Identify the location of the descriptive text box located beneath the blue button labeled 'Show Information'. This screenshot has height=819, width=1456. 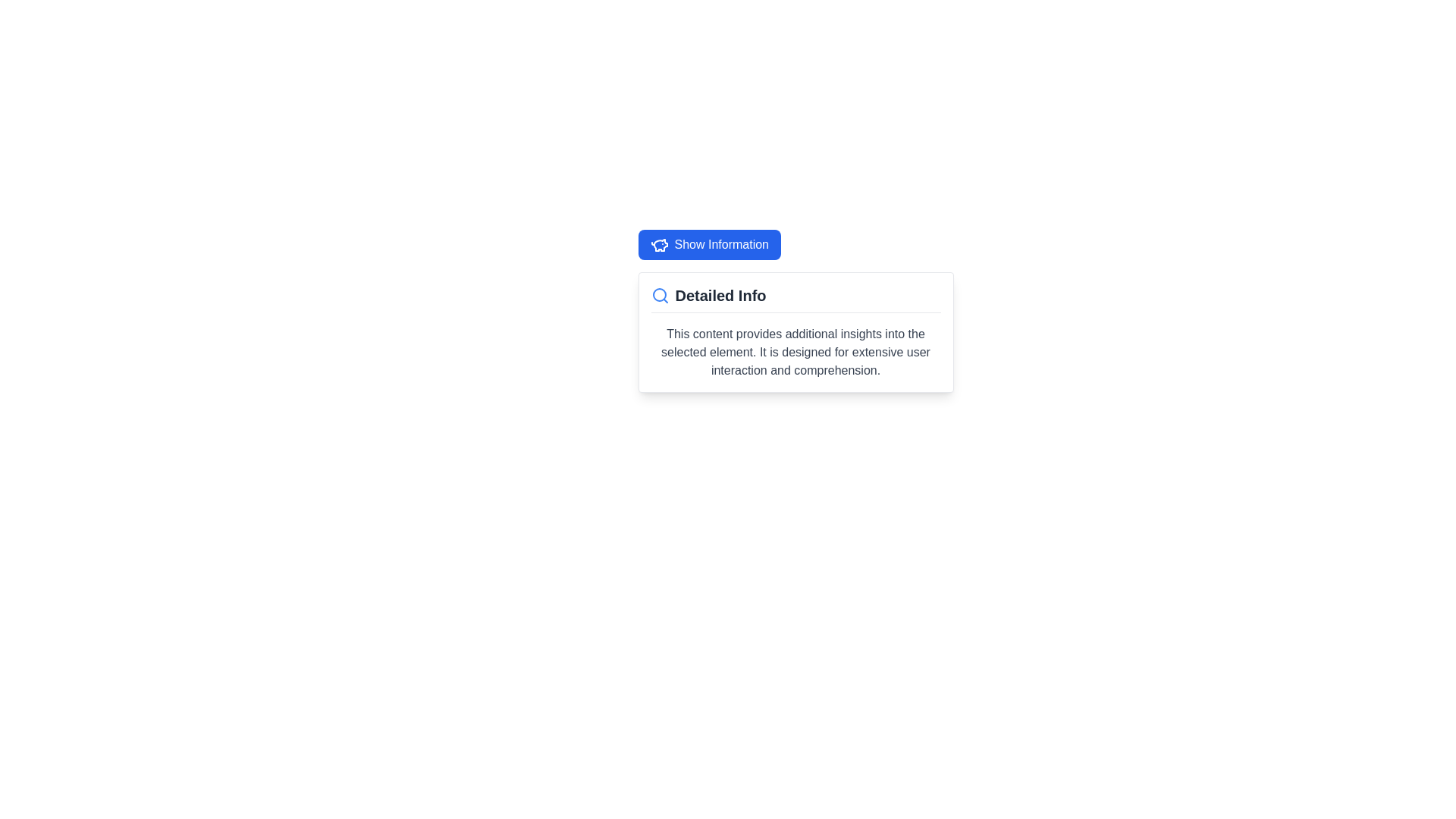
(795, 331).